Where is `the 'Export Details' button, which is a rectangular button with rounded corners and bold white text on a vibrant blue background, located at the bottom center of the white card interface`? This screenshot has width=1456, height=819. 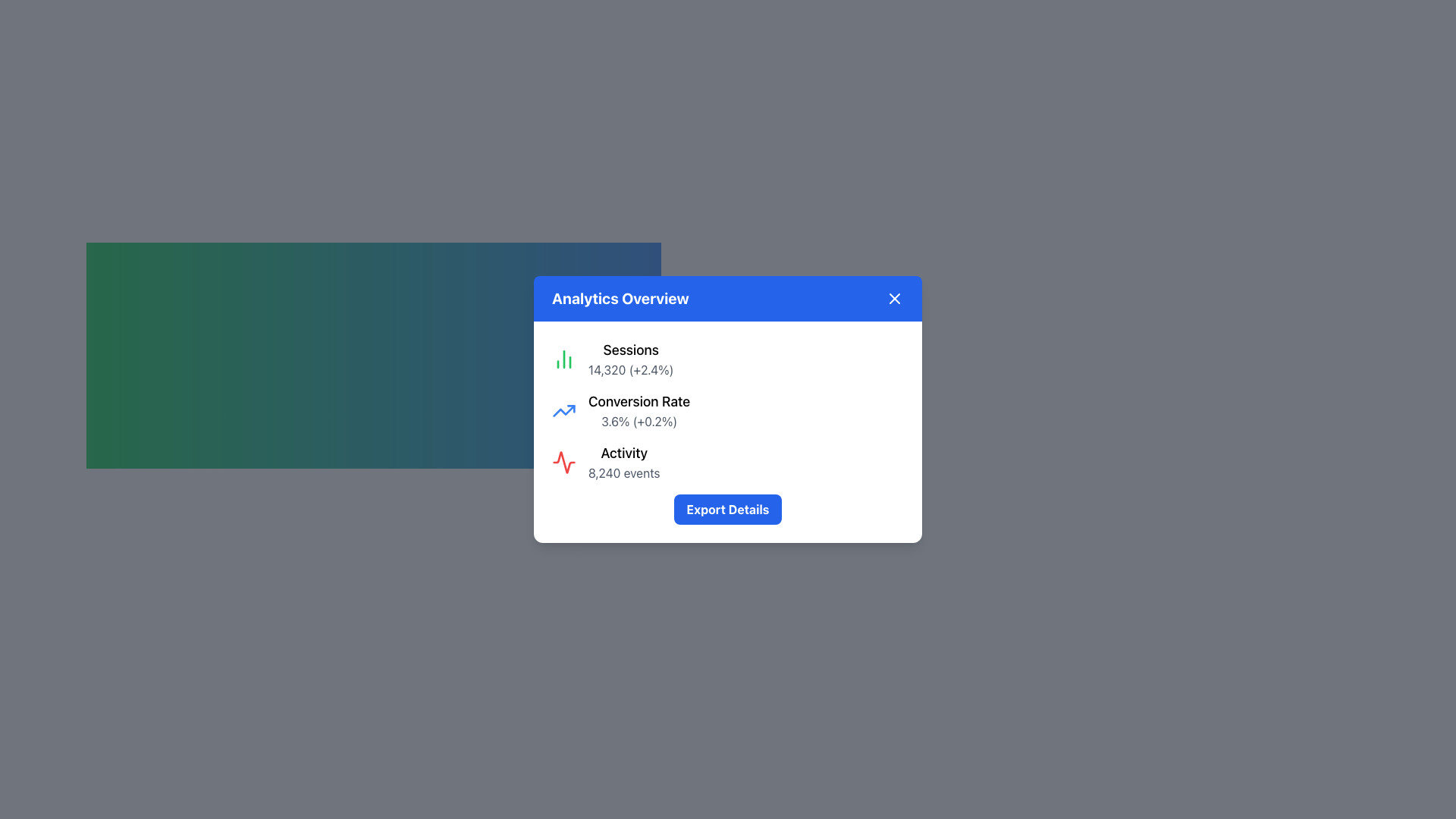
the 'Export Details' button, which is a rectangular button with rounded corners and bold white text on a vibrant blue background, located at the bottom center of the white card interface is located at coordinates (728, 509).